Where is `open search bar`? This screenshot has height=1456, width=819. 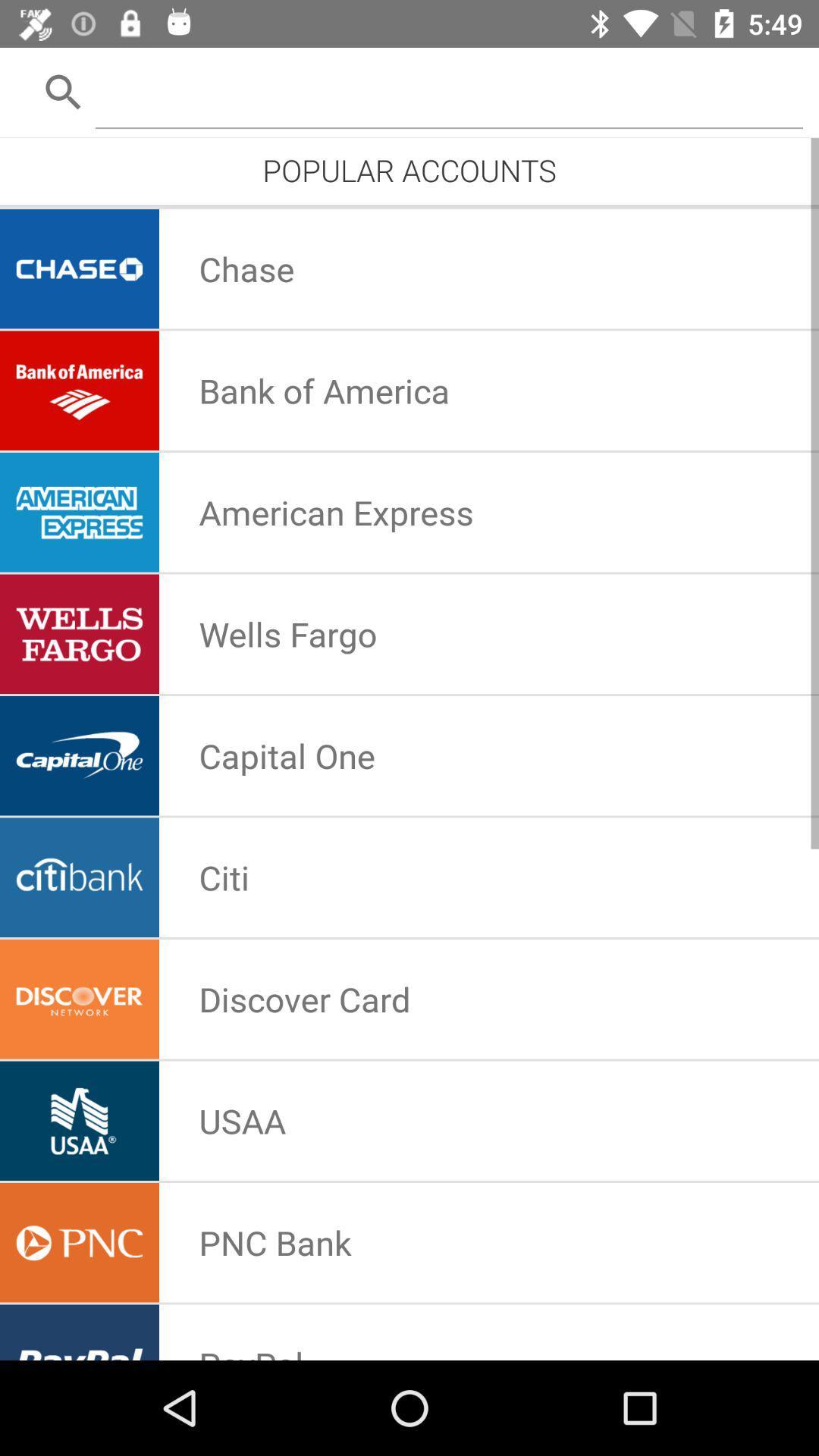
open search bar is located at coordinates (448, 90).